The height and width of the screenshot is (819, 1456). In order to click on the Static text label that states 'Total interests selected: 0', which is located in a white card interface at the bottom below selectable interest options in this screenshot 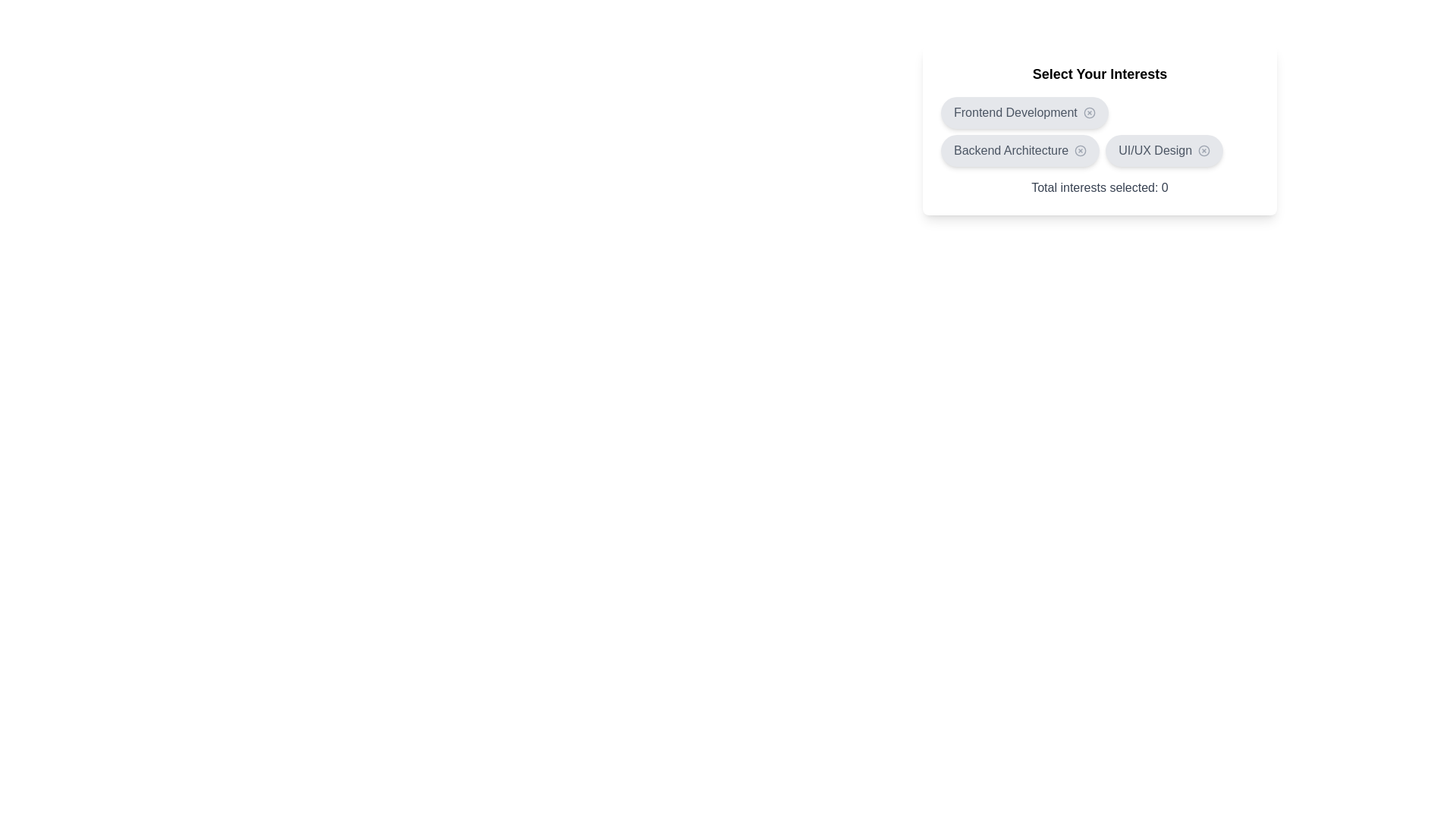, I will do `click(1100, 187)`.